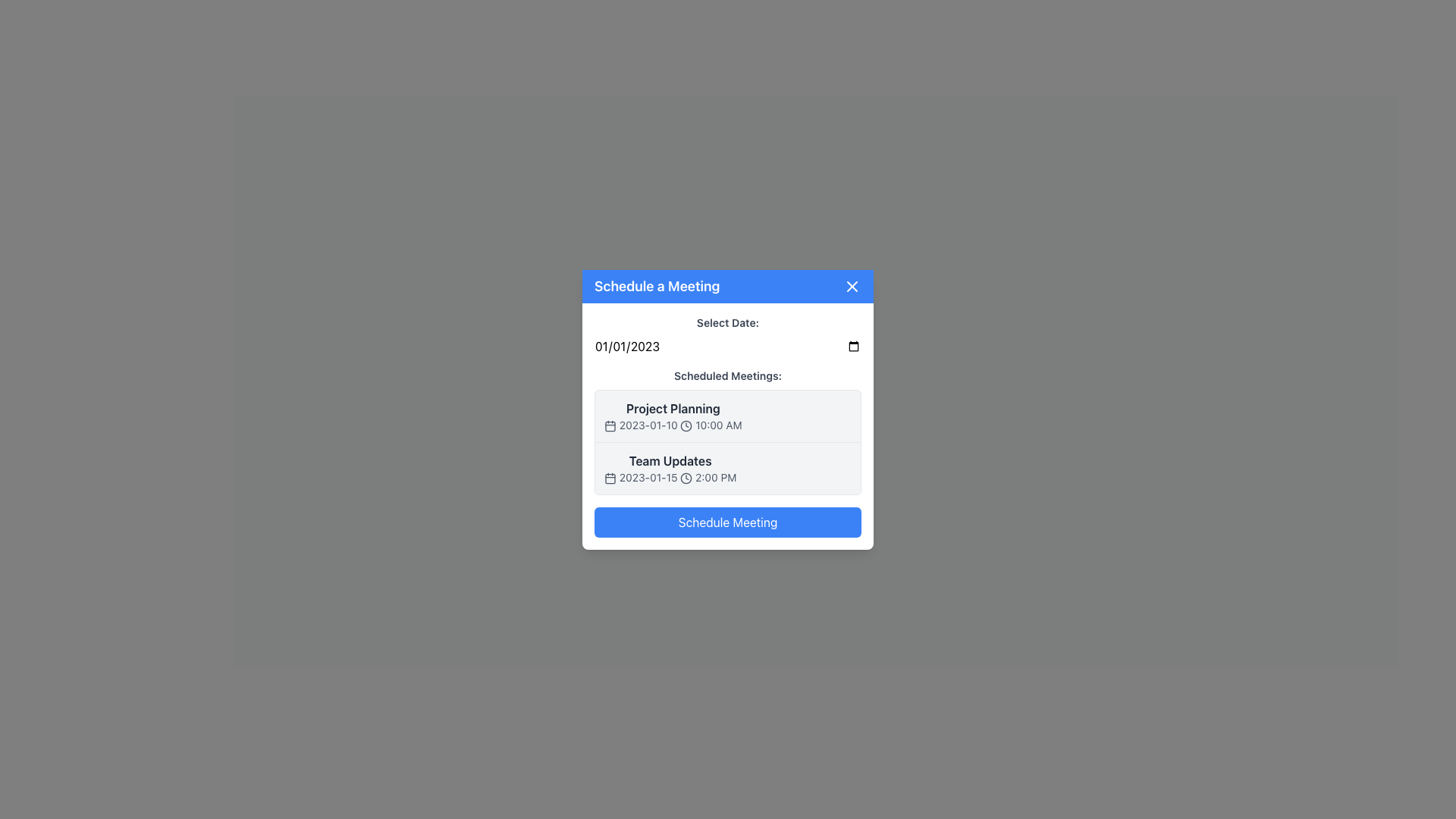  Describe the element at coordinates (657, 286) in the screenshot. I see `the text label that reads 'Schedule a Meeting', which is styled in bold font and large size, located in the blue header of the modal dialog` at that location.